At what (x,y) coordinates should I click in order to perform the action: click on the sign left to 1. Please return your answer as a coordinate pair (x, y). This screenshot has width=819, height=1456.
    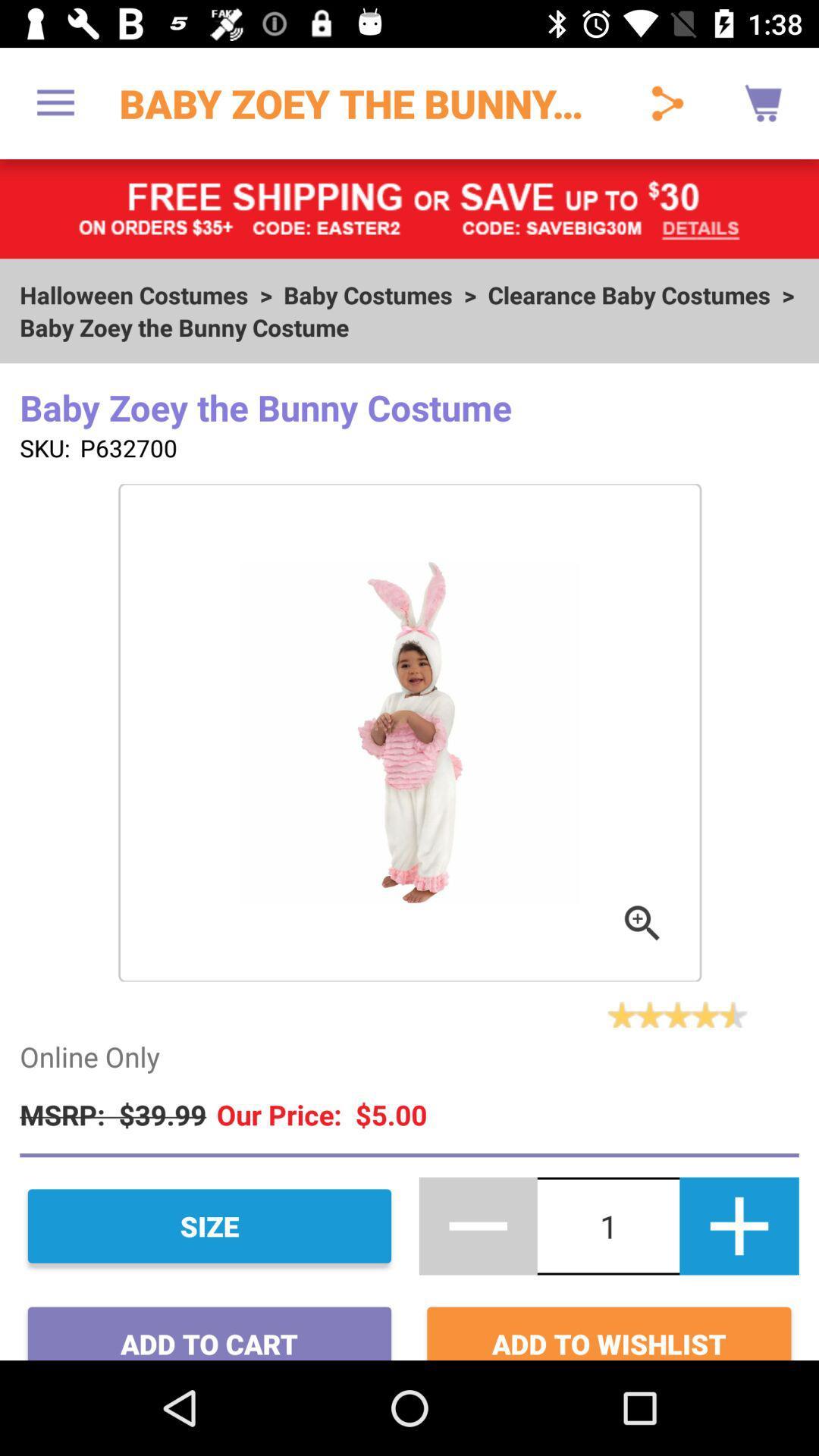
    Looking at the image, I should click on (479, 1226).